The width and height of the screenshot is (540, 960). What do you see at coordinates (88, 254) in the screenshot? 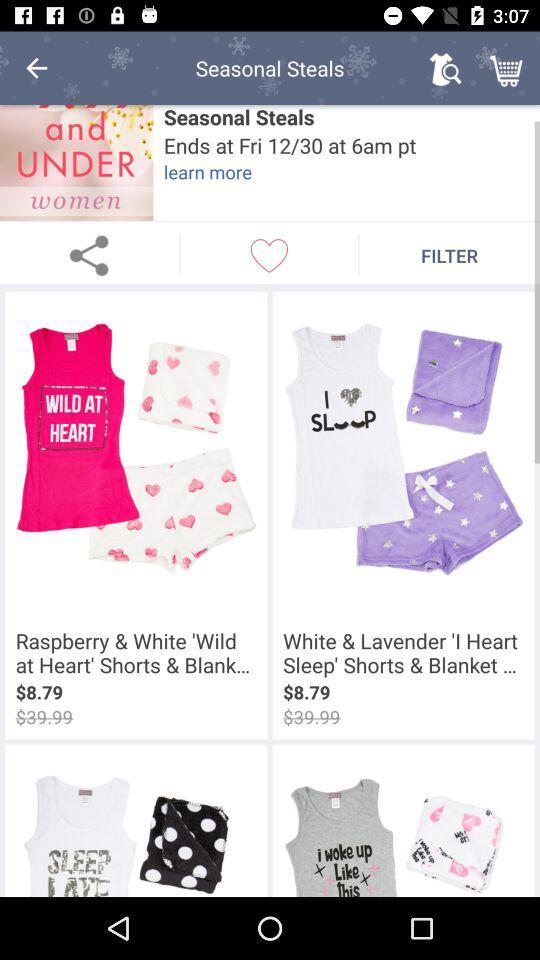
I see `share page` at bounding box center [88, 254].